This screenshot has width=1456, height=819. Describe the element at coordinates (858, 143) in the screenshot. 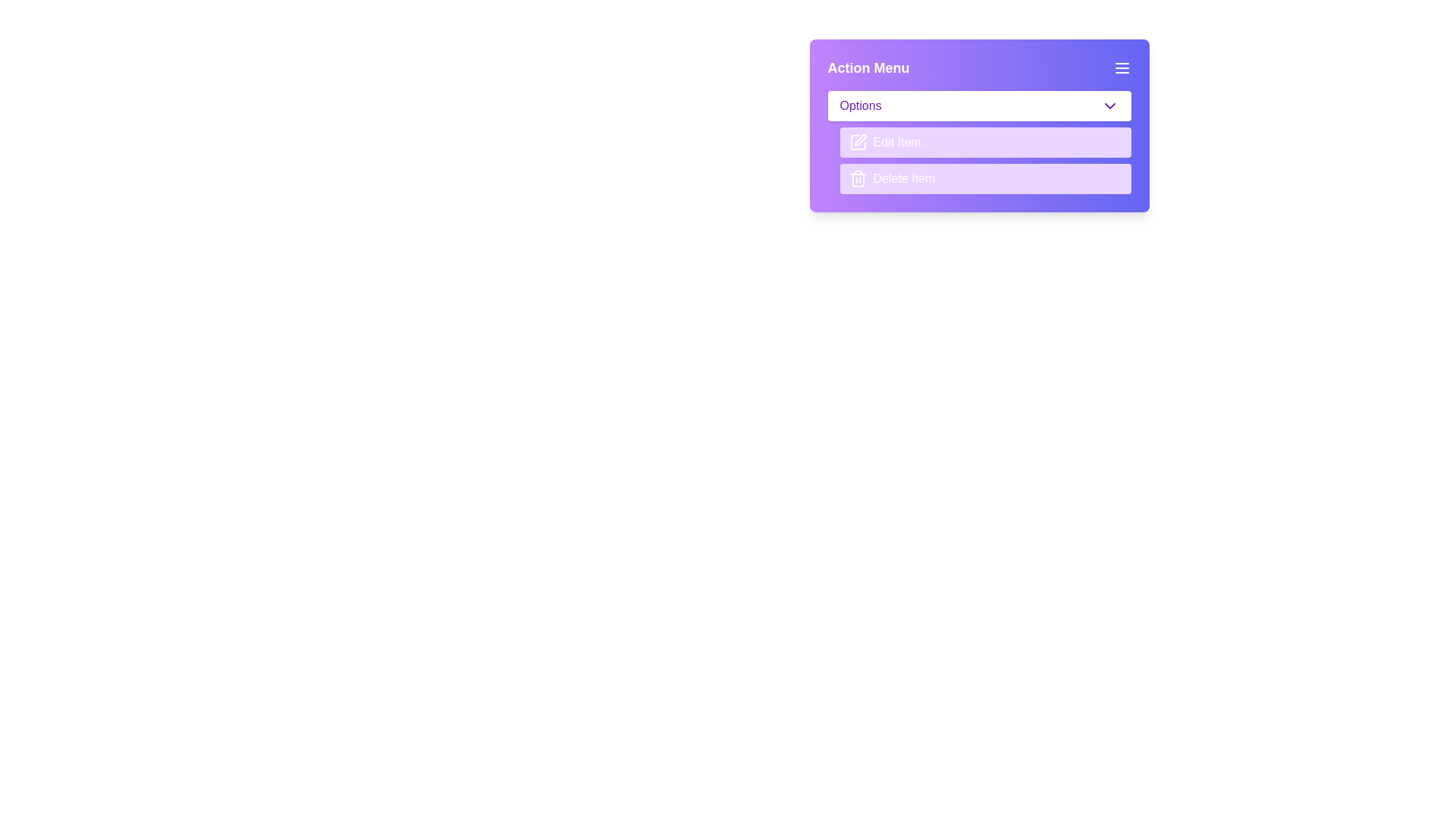

I see `the miniature square-centered pen icon that is part of the first button in the vertical list within the 'Action Menu', located to the left of the 'Edit Item' label` at that location.